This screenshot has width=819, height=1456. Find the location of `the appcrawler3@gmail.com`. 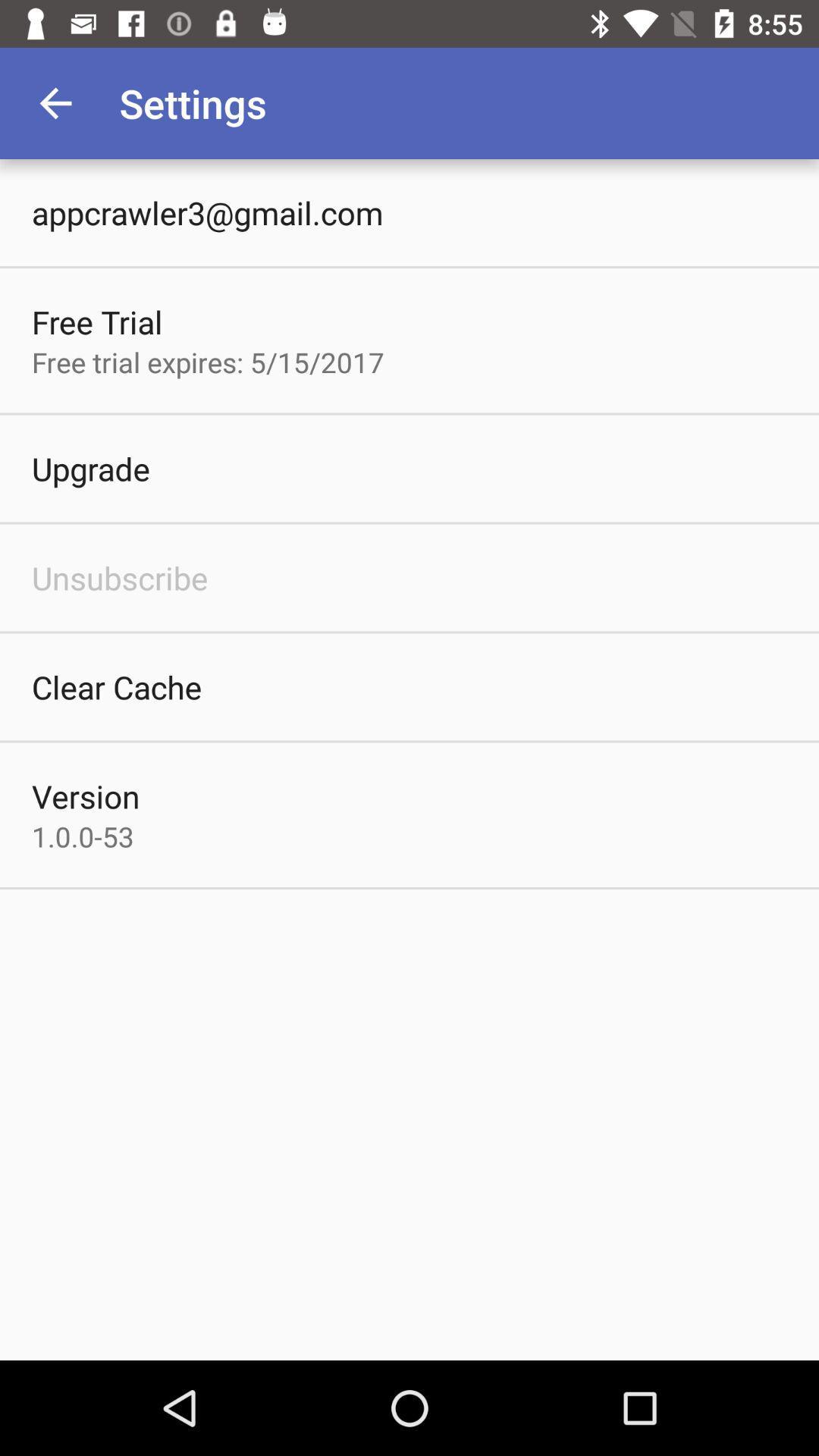

the appcrawler3@gmail.com is located at coordinates (207, 212).